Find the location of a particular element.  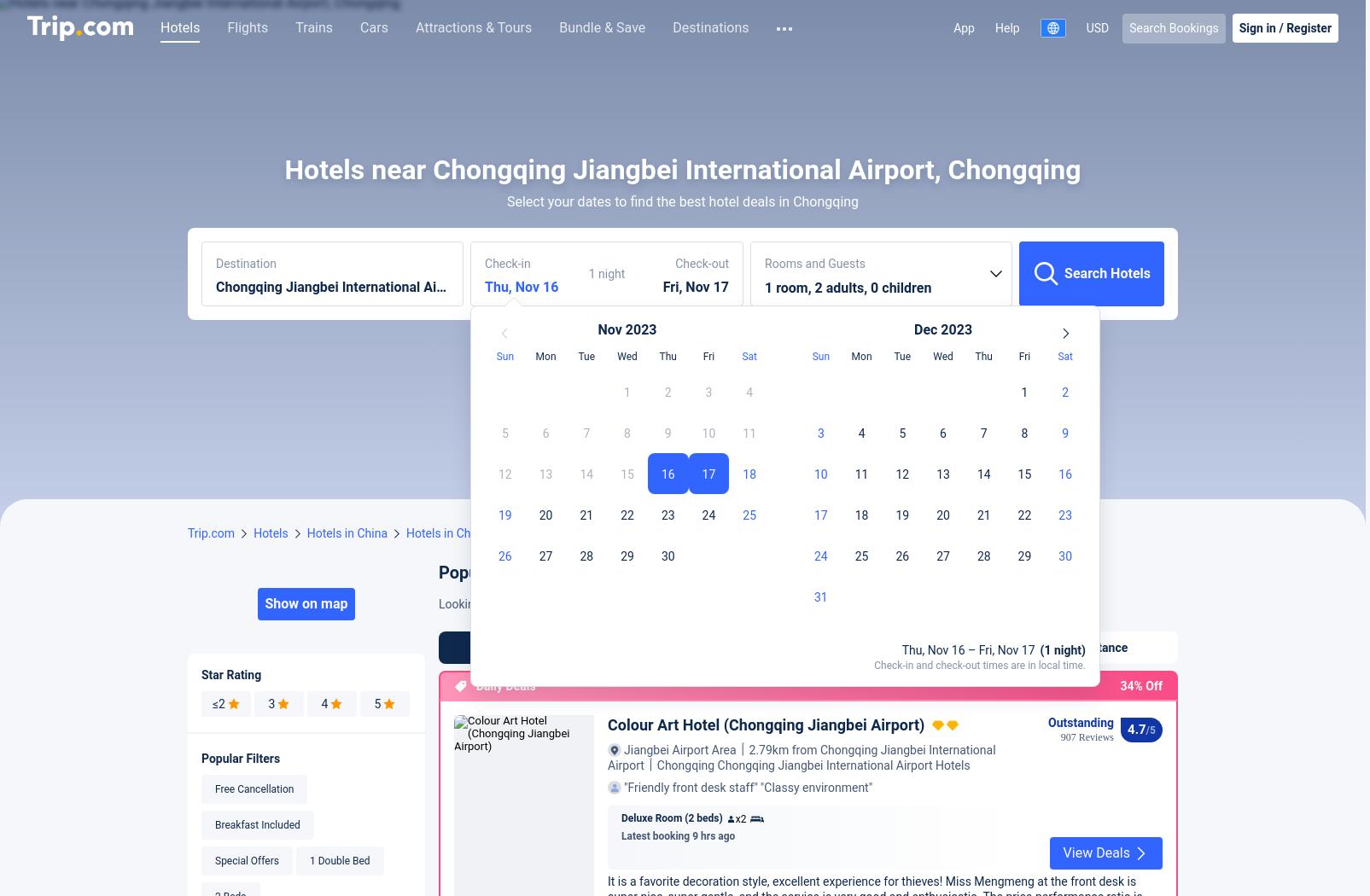

'USD' is located at coordinates (1096, 27).